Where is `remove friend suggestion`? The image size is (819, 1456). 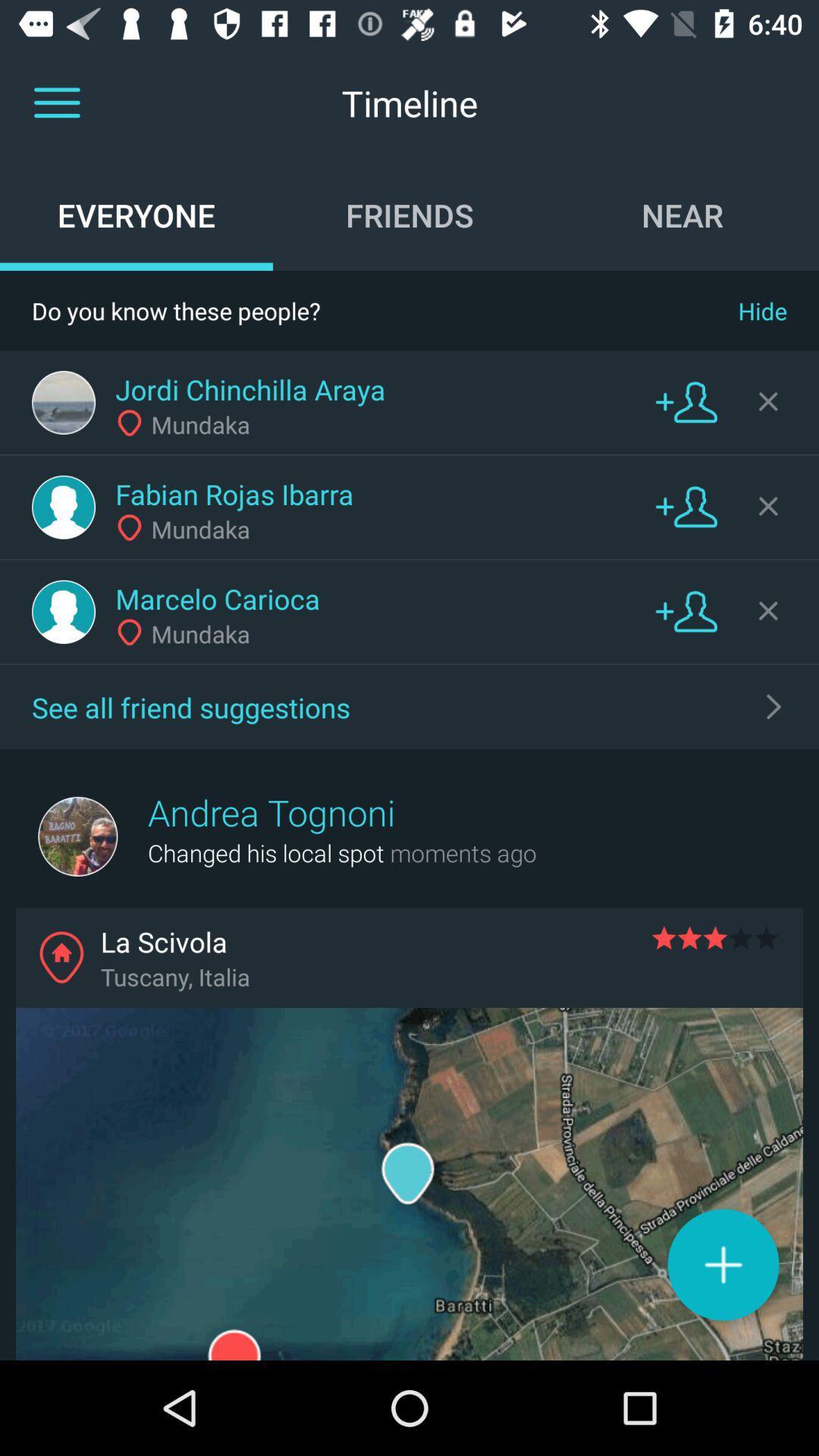 remove friend suggestion is located at coordinates (768, 401).